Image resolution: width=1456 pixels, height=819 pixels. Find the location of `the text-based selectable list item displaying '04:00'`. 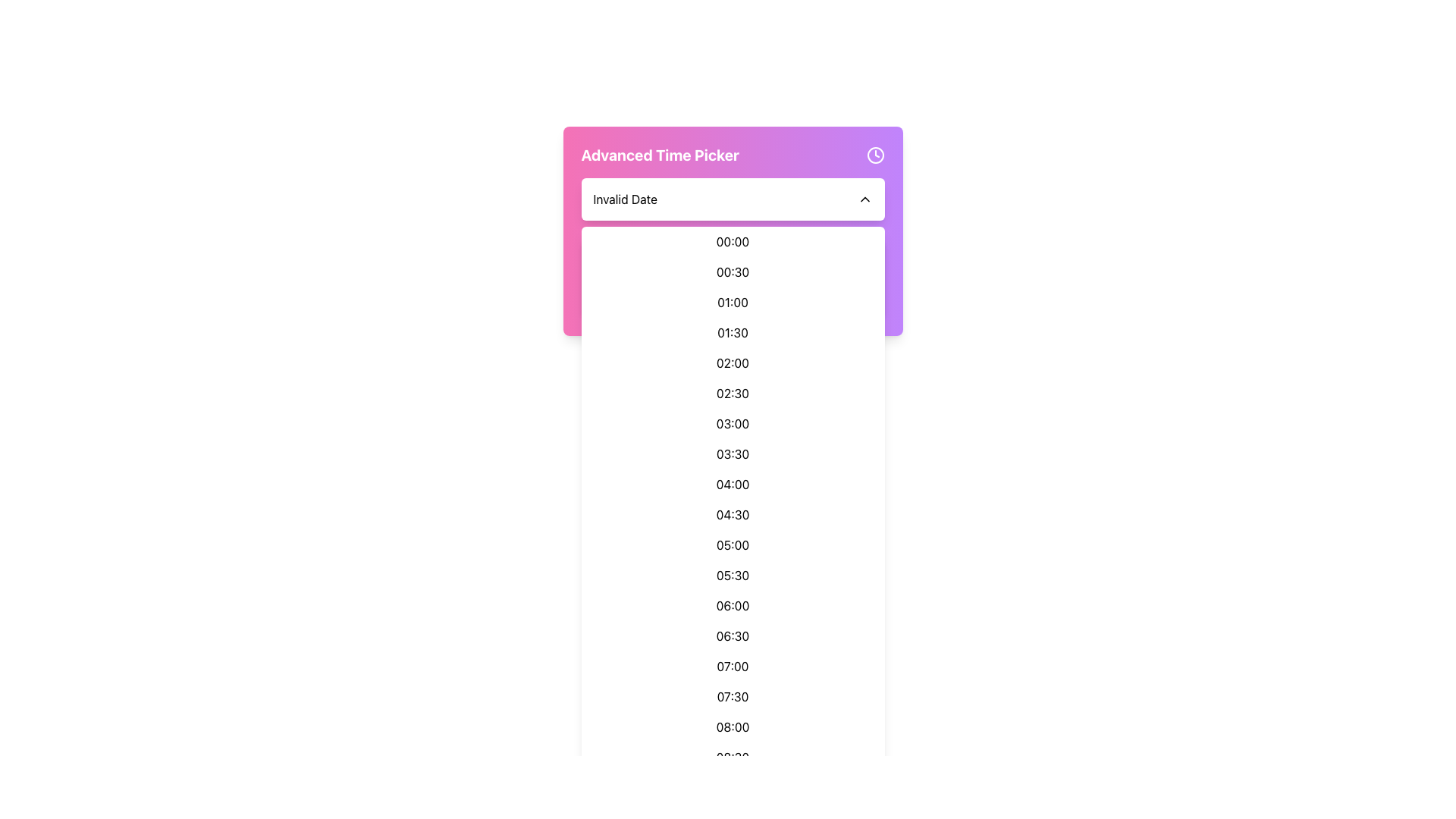

the text-based selectable list item displaying '04:00' is located at coordinates (733, 485).